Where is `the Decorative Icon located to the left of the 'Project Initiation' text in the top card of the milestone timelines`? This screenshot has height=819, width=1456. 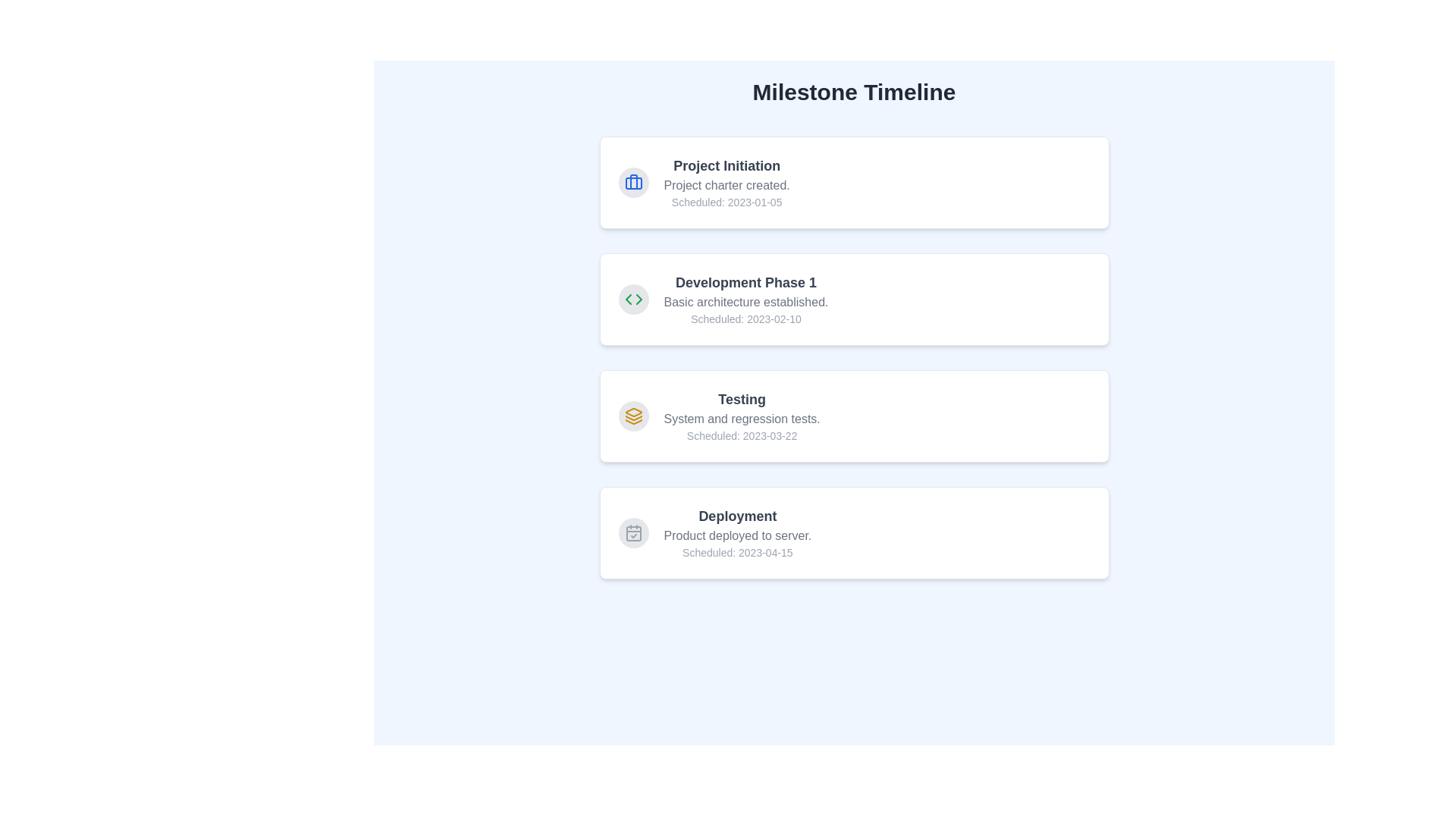 the Decorative Icon located to the left of the 'Project Initiation' text in the top card of the milestone timelines is located at coordinates (633, 181).